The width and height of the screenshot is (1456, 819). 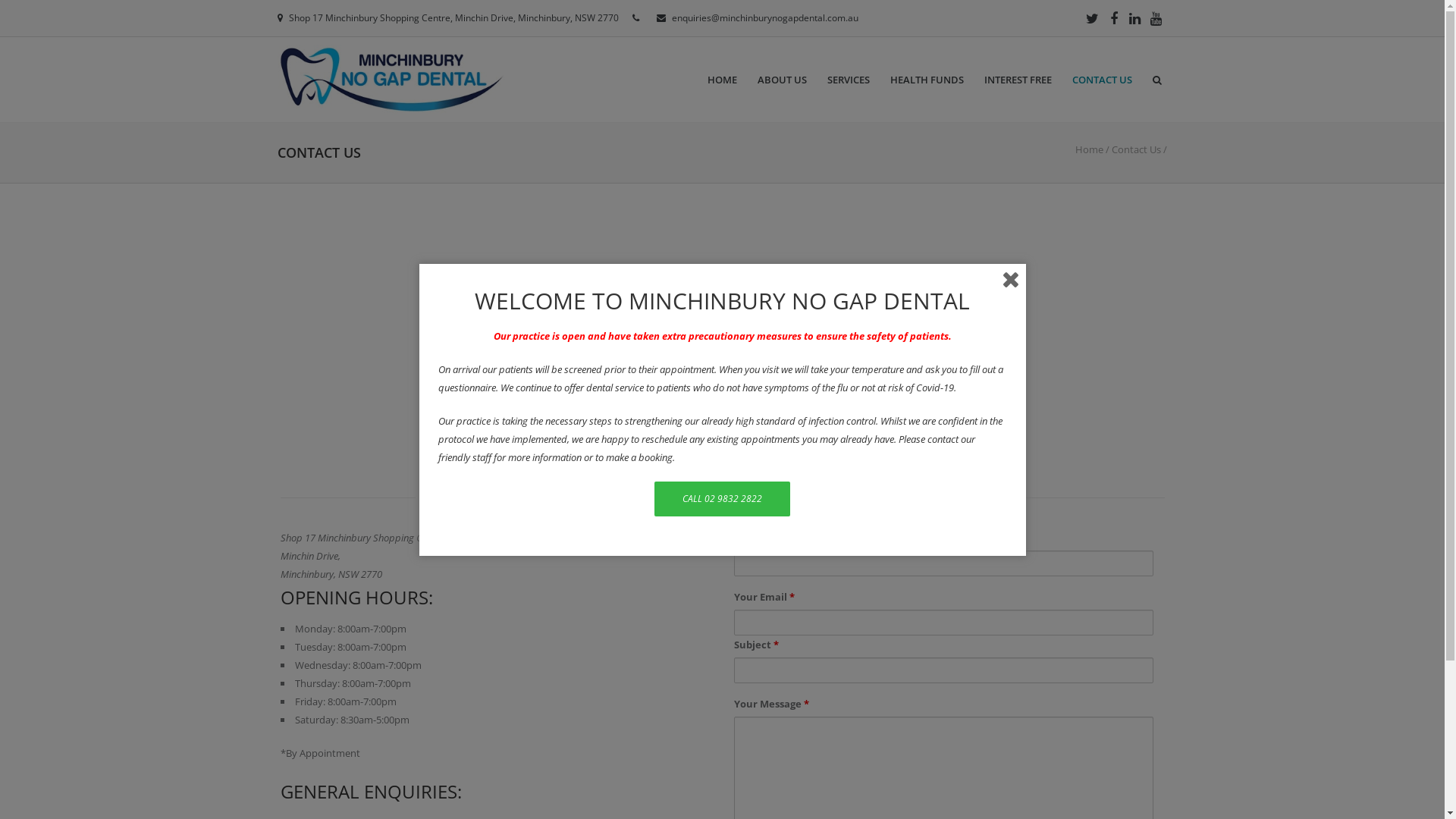 I want to click on 'LinkedIn', so click(x=1135, y=17).